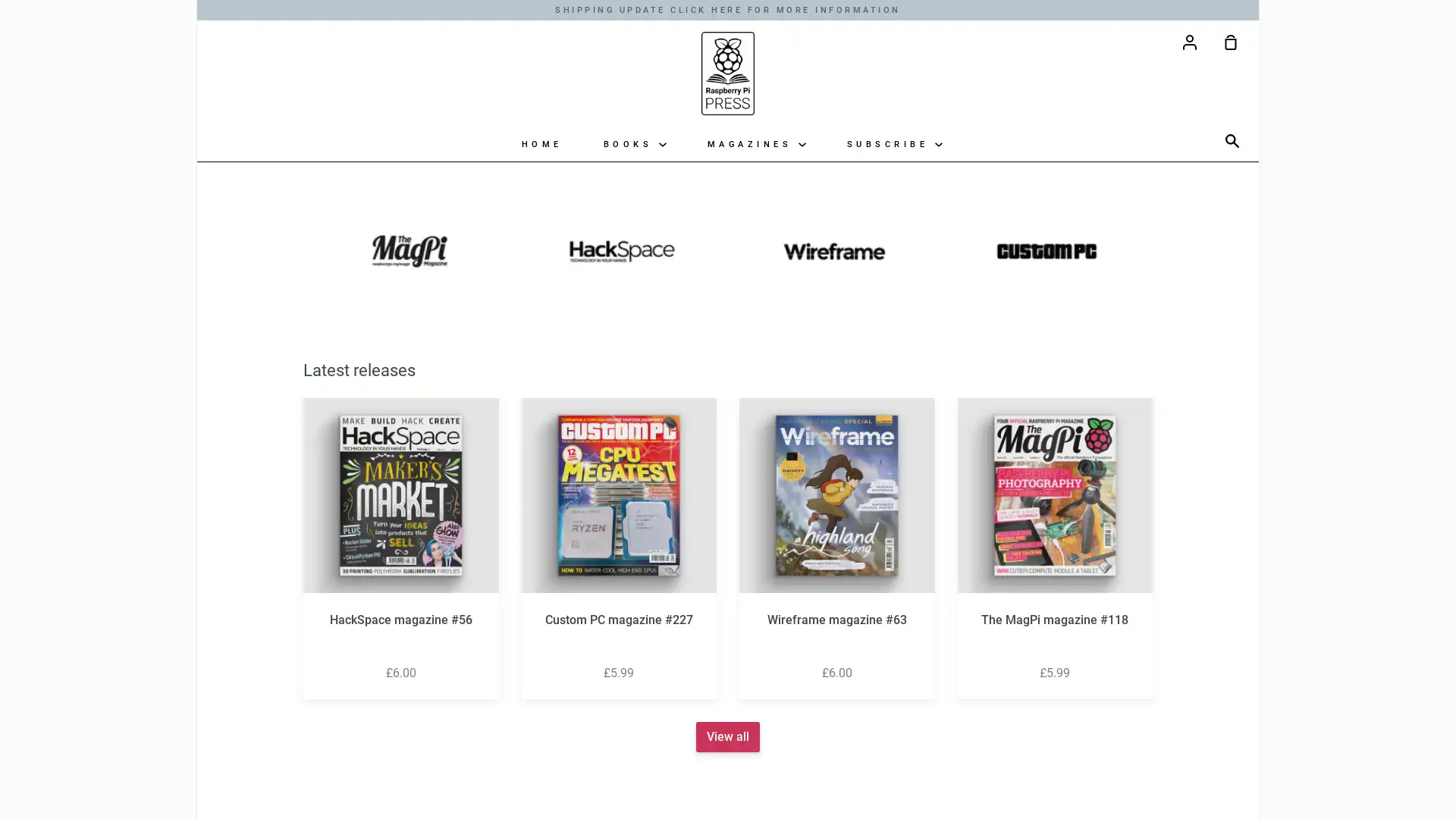 This screenshot has height=819, width=1456. I want to click on Next, so click(1182, 542).